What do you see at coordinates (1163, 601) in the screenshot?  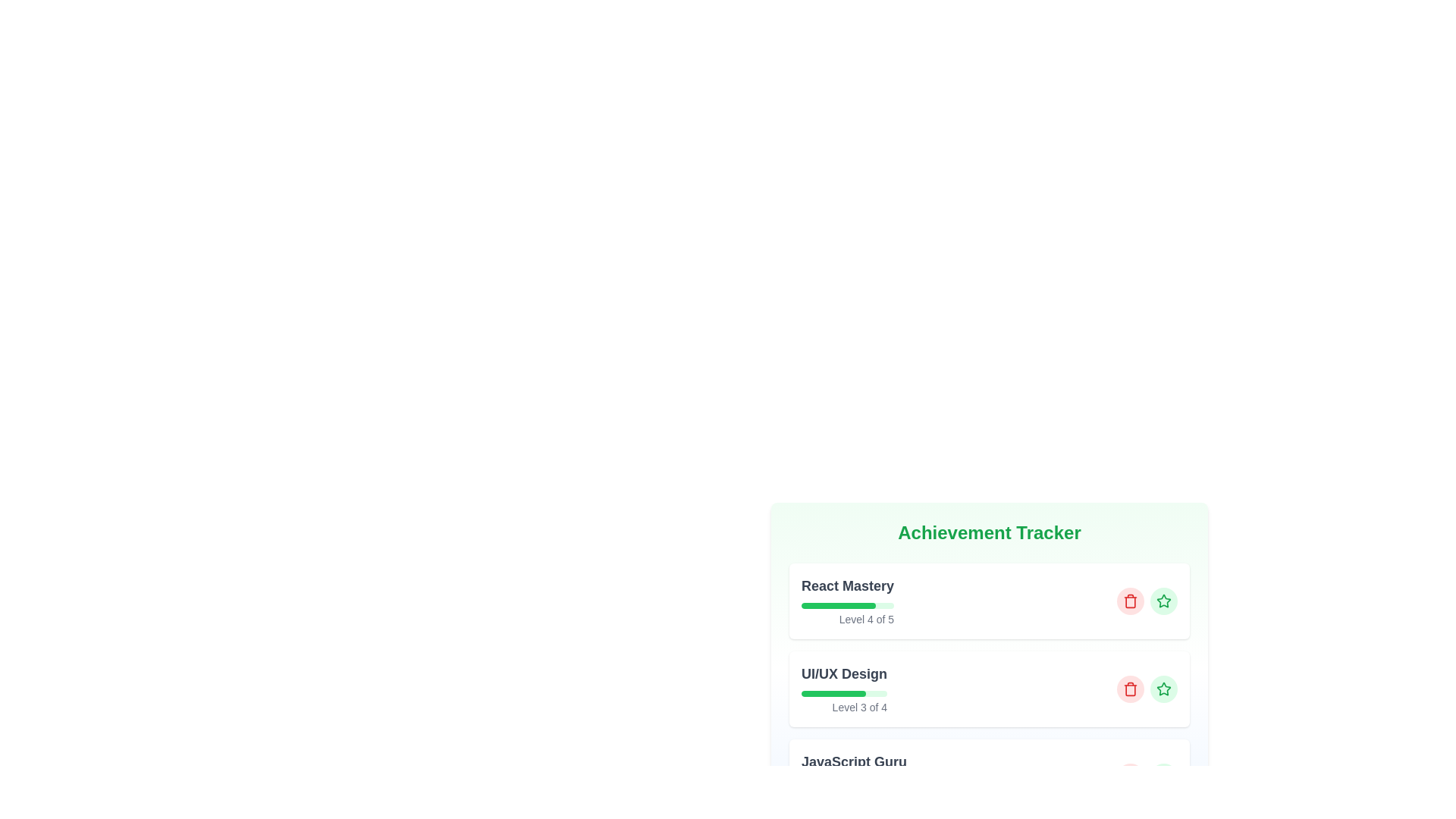 I see `the second button in the 'Achievement Tracker' section next to the 'React Mastery' course item` at bounding box center [1163, 601].